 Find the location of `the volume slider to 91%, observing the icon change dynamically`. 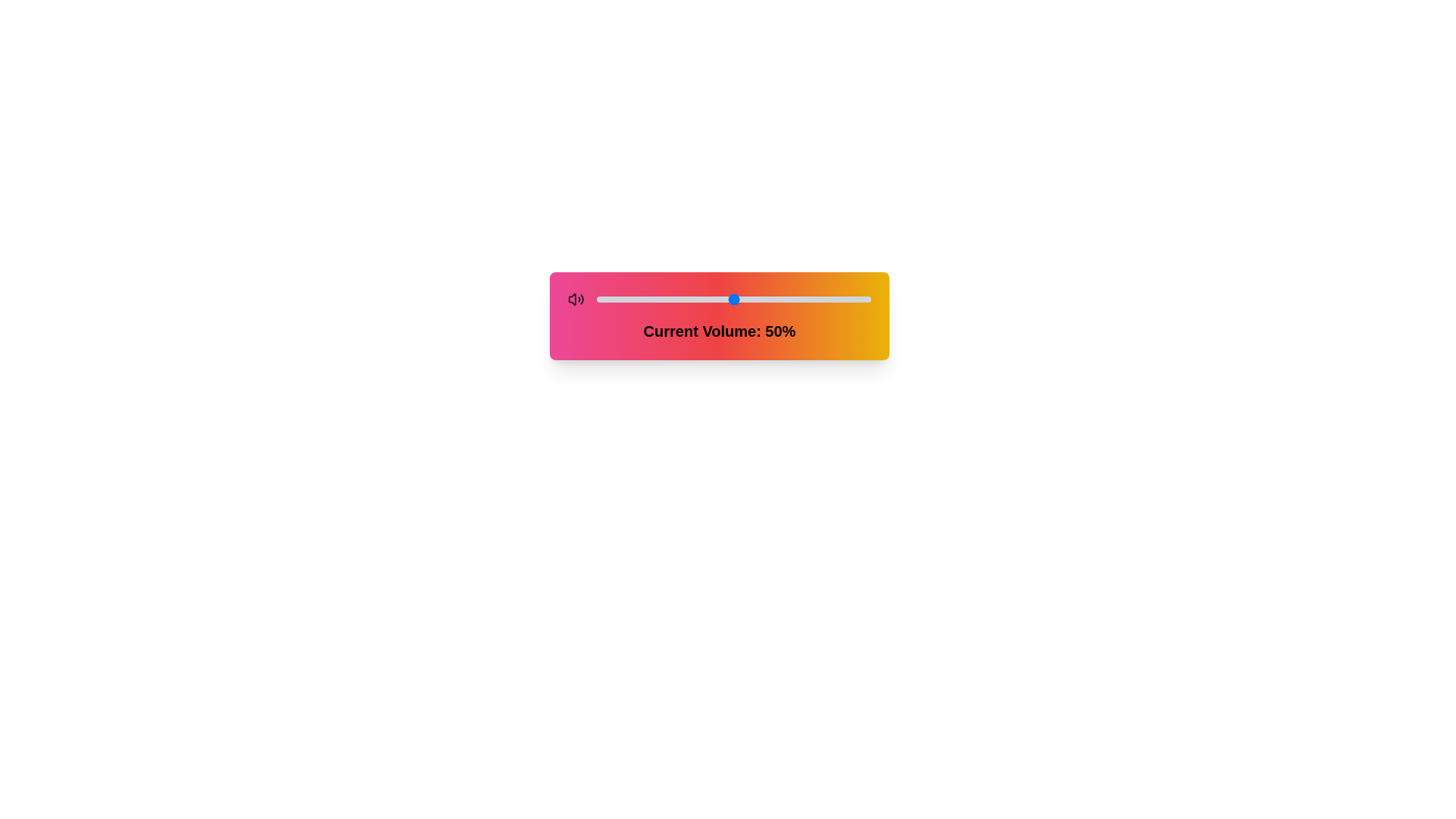

the volume slider to 91%, observing the icon change dynamically is located at coordinates (846, 299).